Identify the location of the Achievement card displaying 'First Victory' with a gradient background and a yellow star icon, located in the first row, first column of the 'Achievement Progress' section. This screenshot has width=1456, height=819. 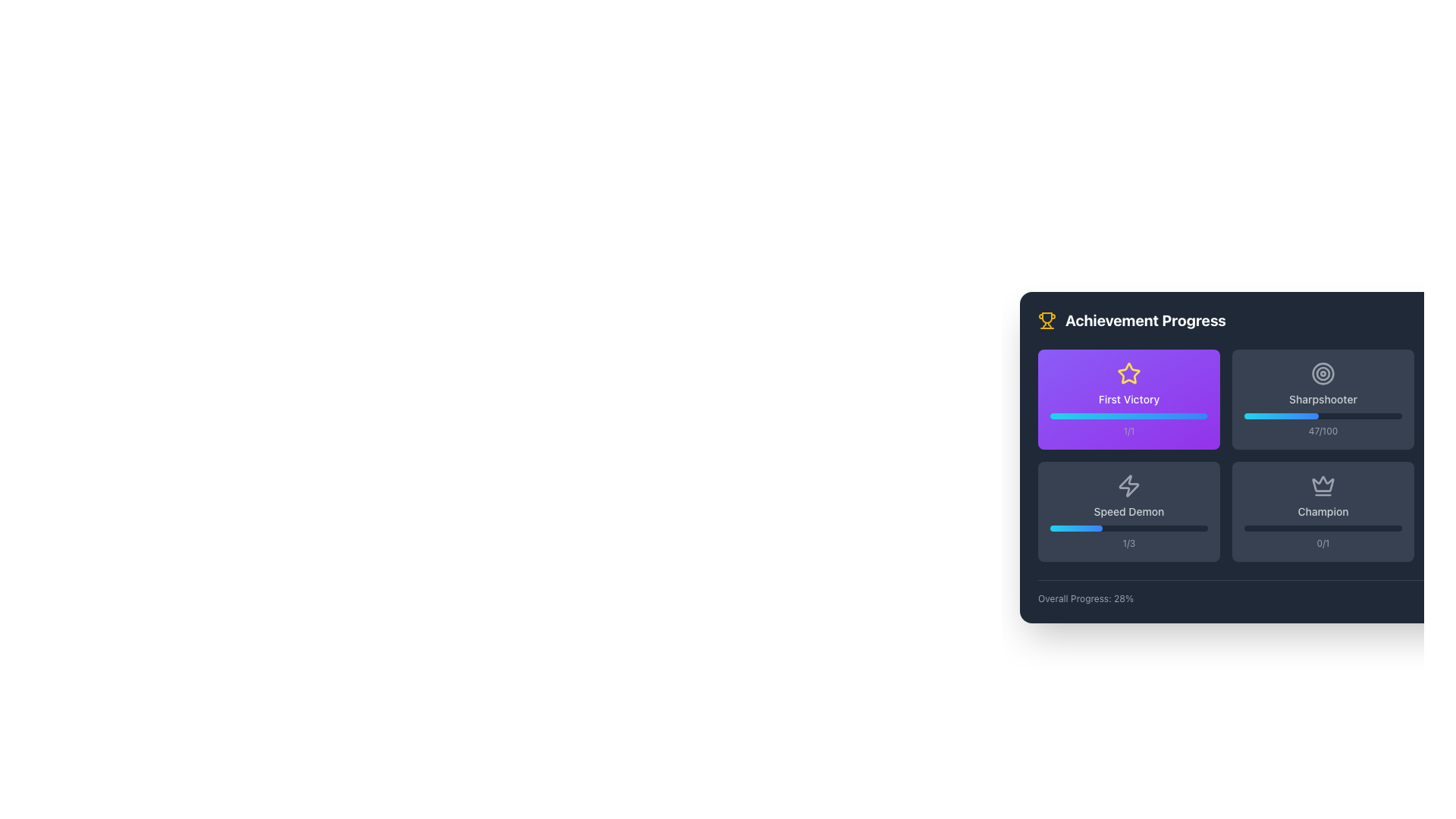
(1128, 399).